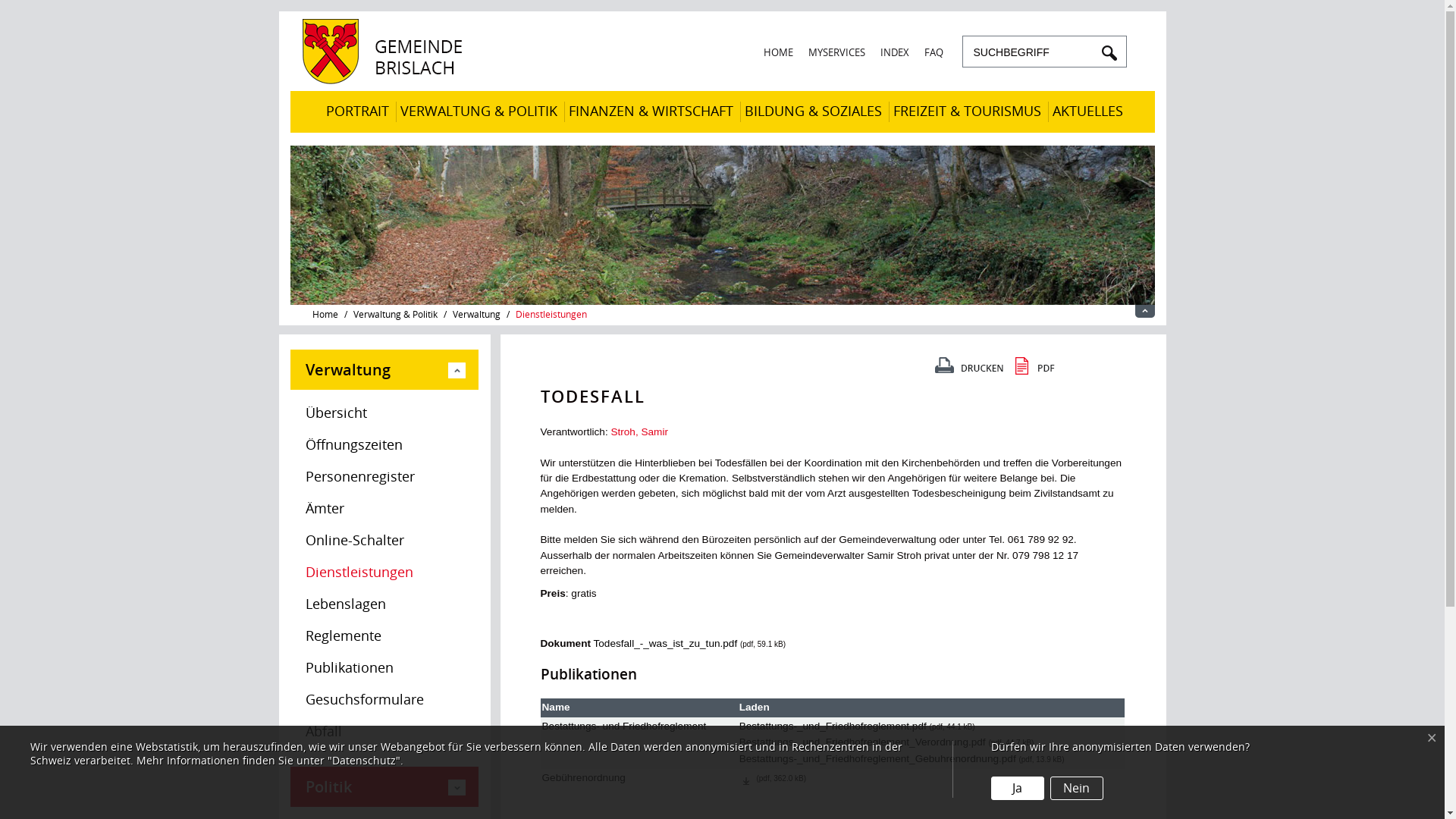 This screenshot has height=819, width=1456. Describe the element at coordinates (610, 431) in the screenshot. I see `'Stroh, Samir'` at that location.